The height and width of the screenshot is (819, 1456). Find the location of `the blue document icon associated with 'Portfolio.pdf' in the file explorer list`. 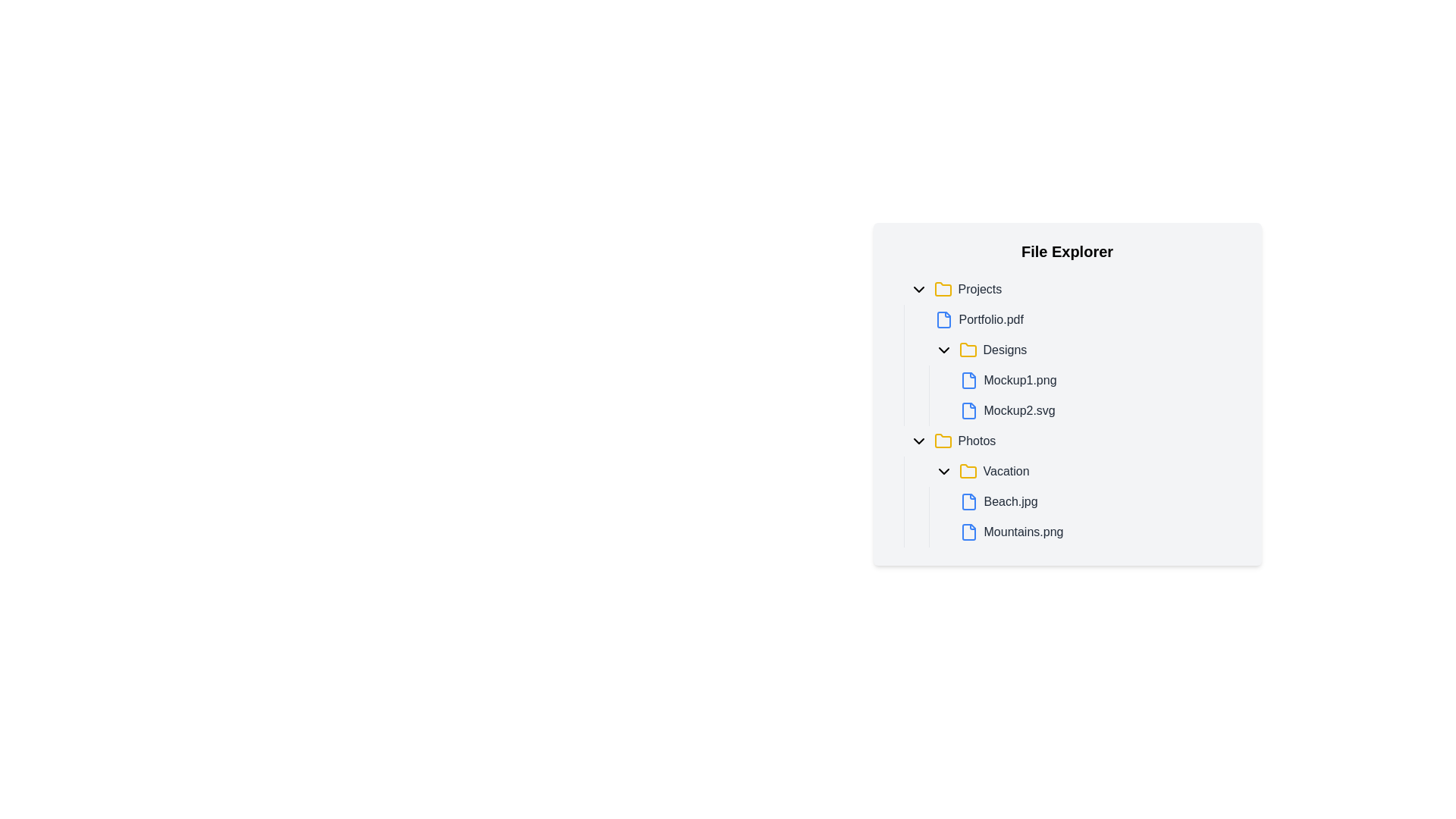

the blue document icon associated with 'Portfolio.pdf' in the file explorer list is located at coordinates (943, 318).